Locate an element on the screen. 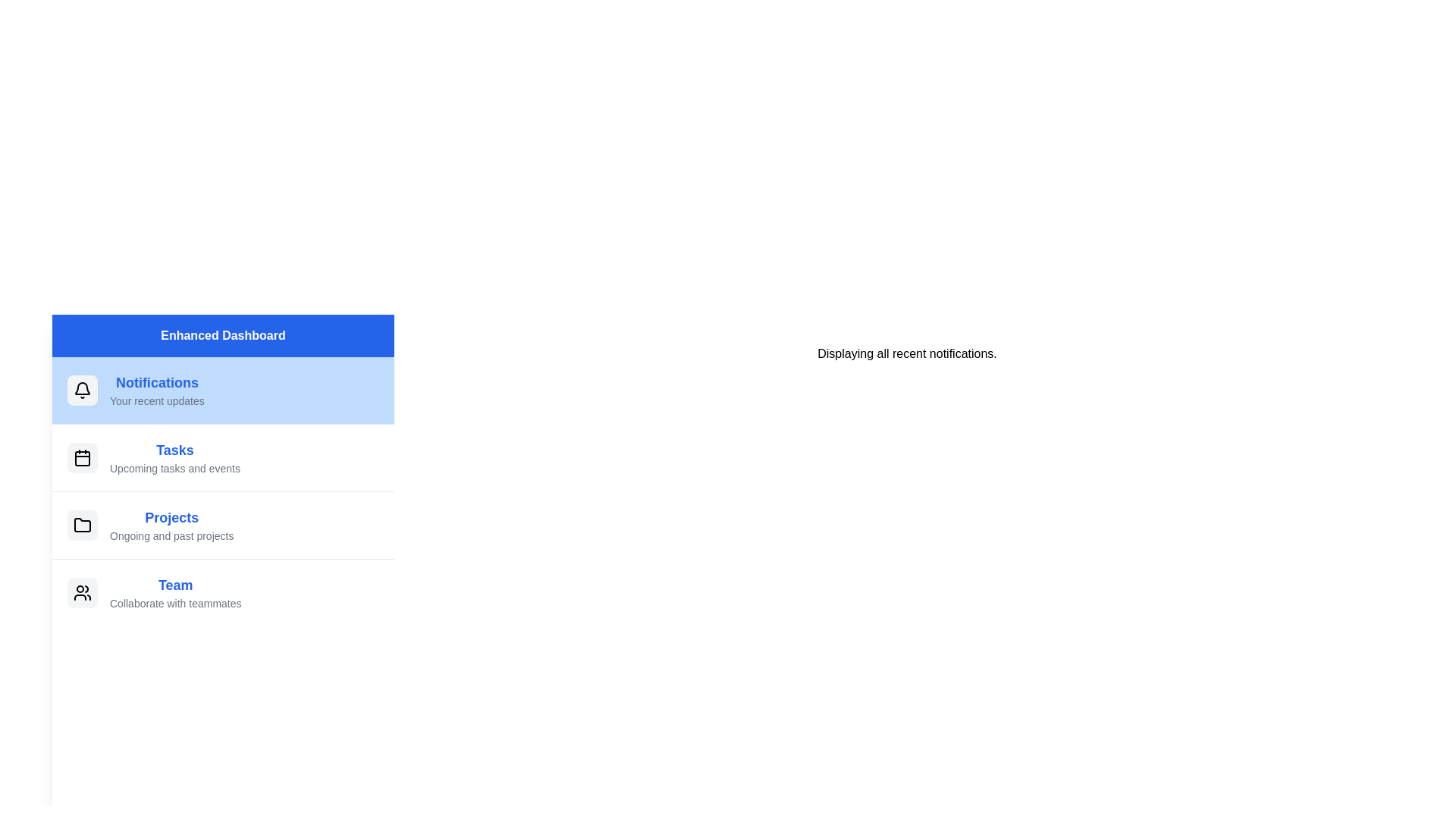  the icon next to the menu item labeled 'Team' is located at coordinates (82, 592).